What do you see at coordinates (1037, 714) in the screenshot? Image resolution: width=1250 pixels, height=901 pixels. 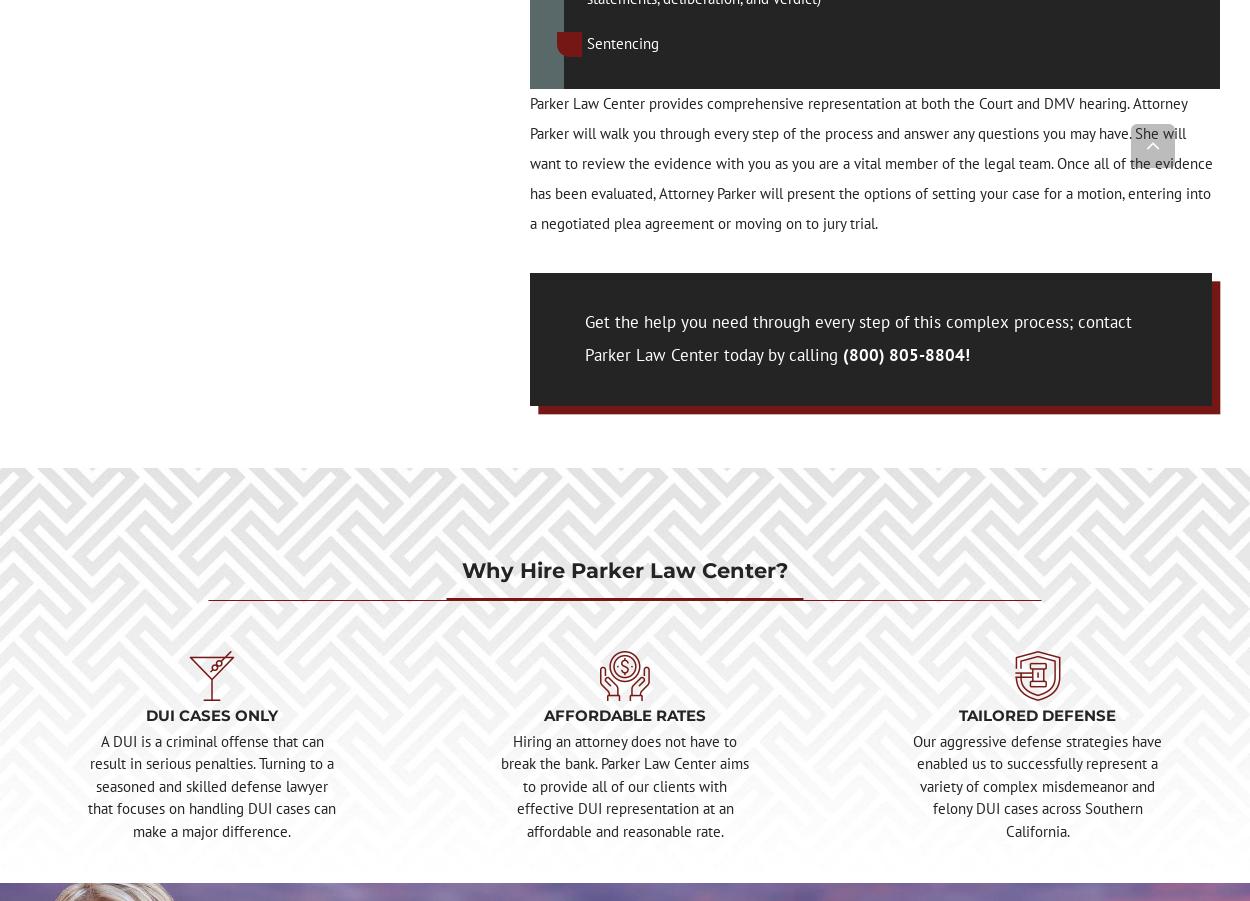 I see `'TAILORED DEFENSE'` at bounding box center [1037, 714].